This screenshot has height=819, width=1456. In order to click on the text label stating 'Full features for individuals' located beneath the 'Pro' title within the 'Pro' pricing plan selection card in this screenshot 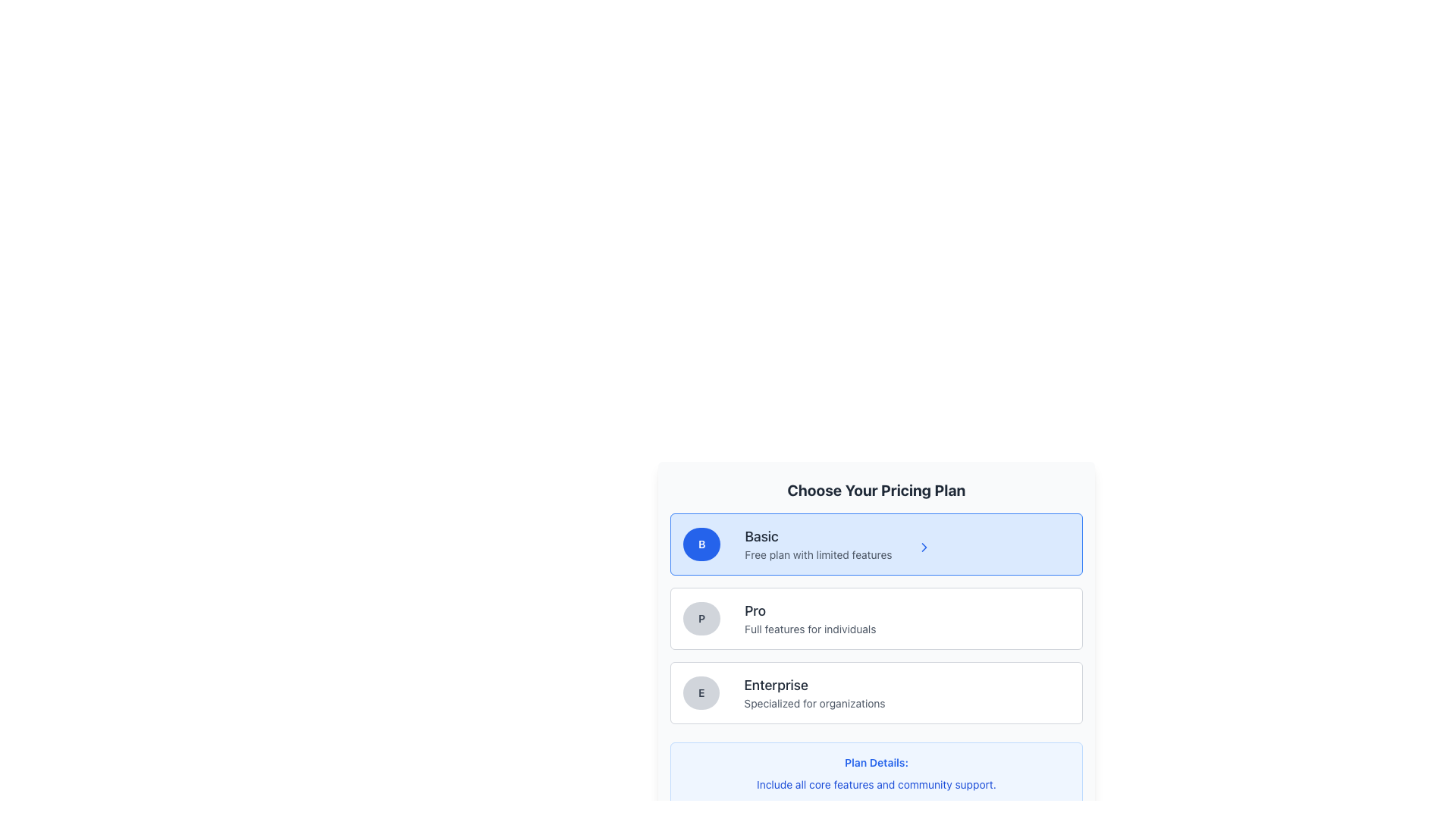, I will do `click(809, 629)`.